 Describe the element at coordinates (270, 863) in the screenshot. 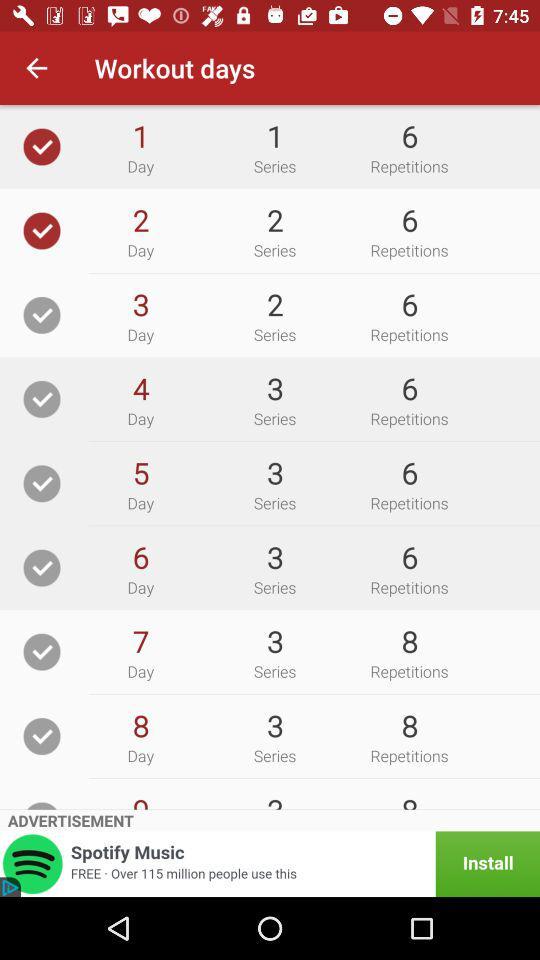

I see `learn more about this advertisement` at that location.